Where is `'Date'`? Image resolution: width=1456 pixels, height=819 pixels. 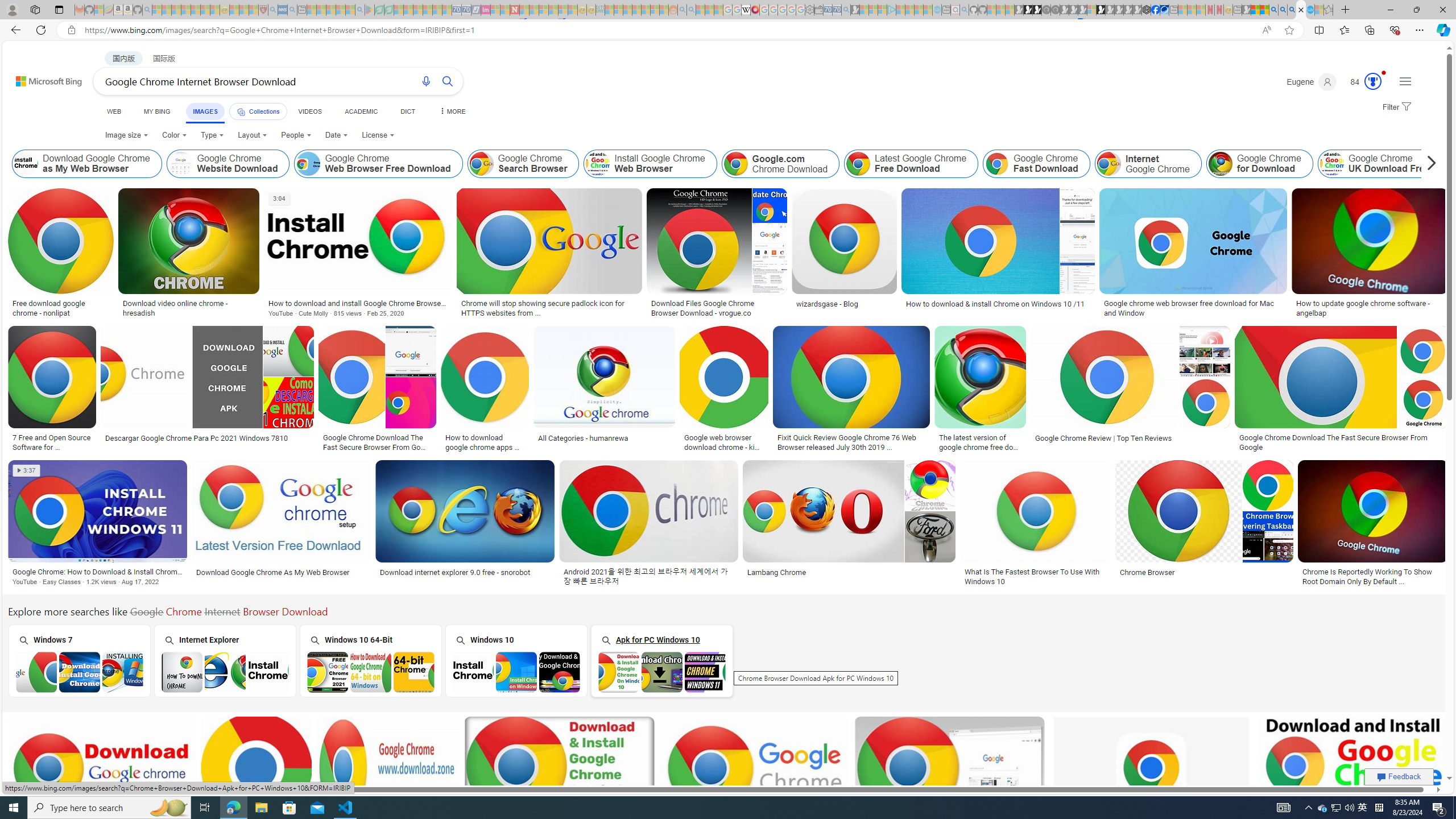 'Date' is located at coordinates (336, 135).